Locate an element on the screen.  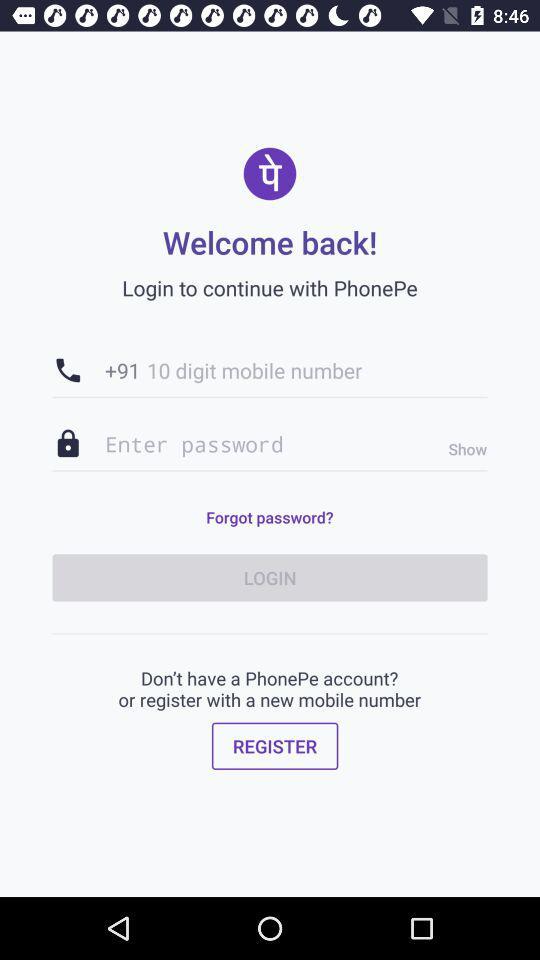
forgot password? item is located at coordinates (269, 516).